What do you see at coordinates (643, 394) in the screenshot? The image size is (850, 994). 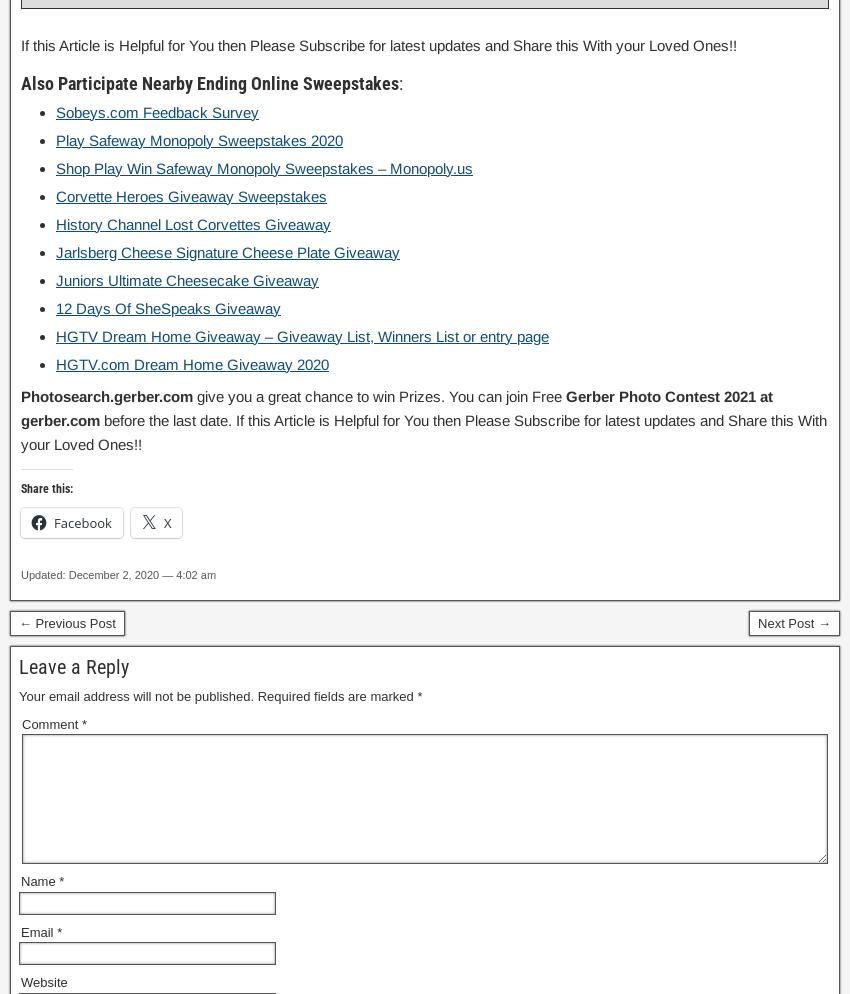 I see `'Gerber Photo Contest'` at bounding box center [643, 394].